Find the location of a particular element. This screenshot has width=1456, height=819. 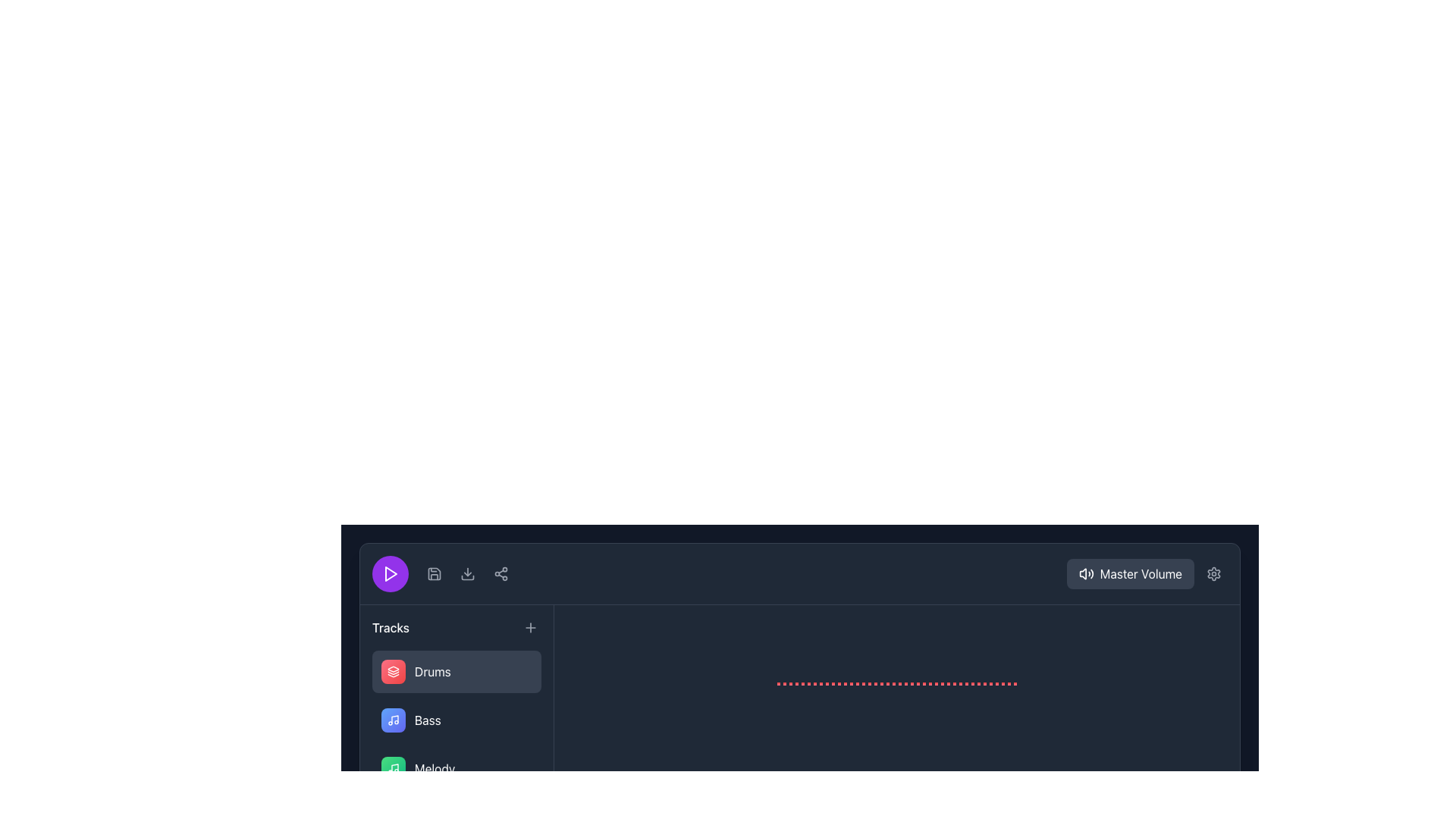

the icon depicting three stacked layers, styled in white, within a circular gradient-filled button transitioning from rose-pink to red is located at coordinates (393, 671).